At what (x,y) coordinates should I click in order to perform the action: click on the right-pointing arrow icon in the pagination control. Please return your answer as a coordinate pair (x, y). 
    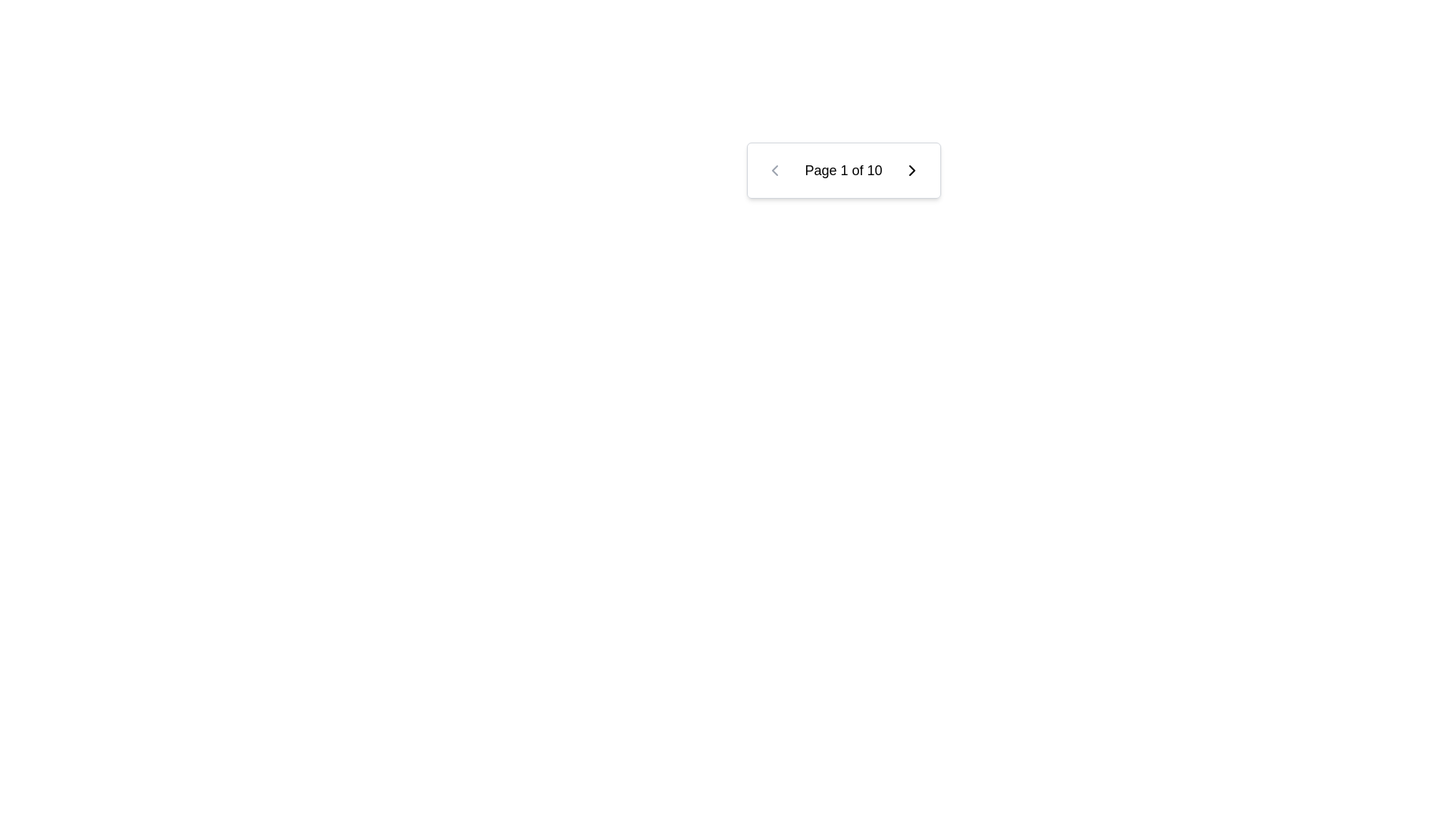
    Looking at the image, I should click on (912, 170).